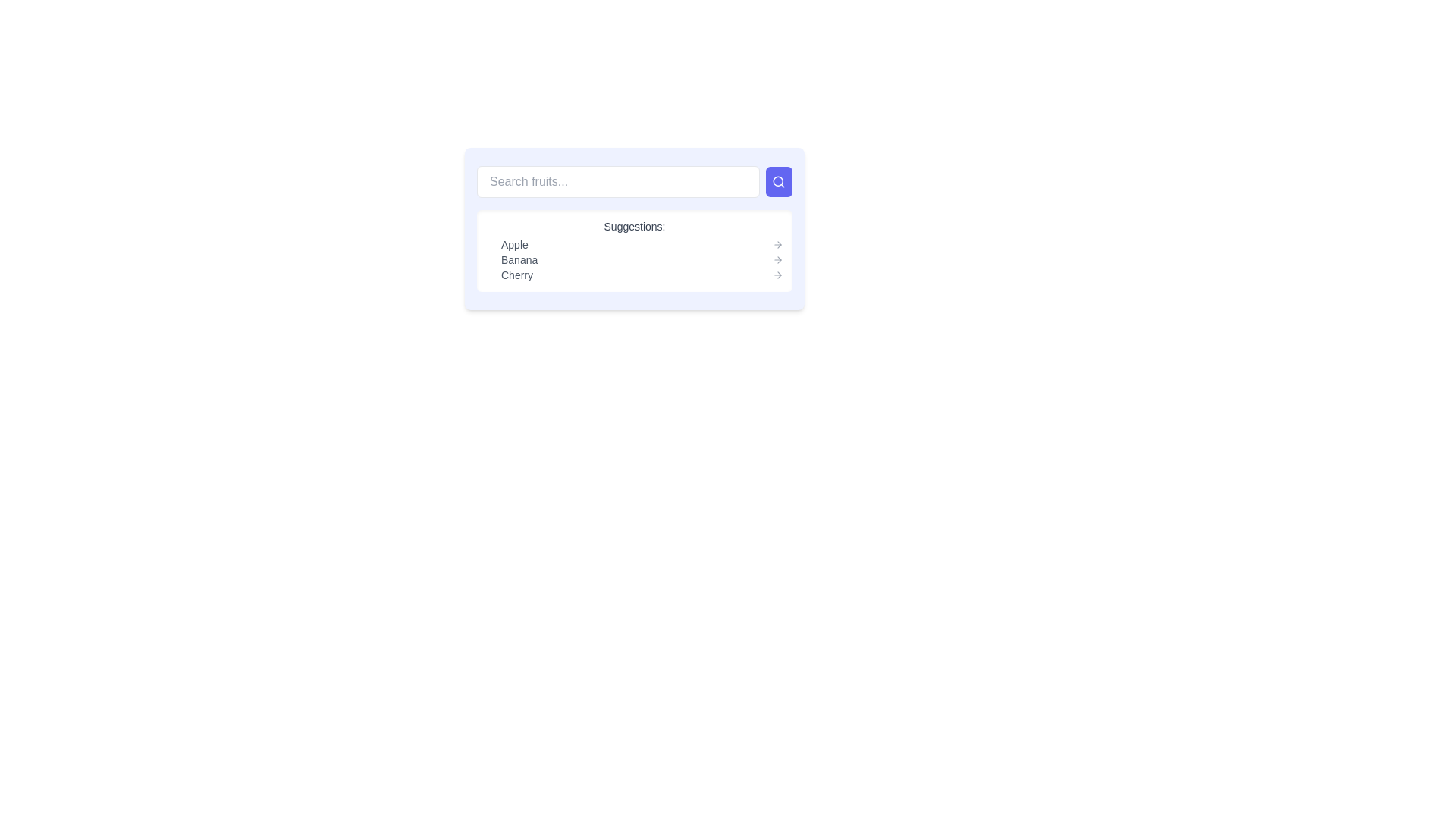 The image size is (1456, 819). Describe the element at coordinates (778, 180) in the screenshot. I see `the SVG Circle that is part of the search button icon located at the right end of the search bar component` at that location.